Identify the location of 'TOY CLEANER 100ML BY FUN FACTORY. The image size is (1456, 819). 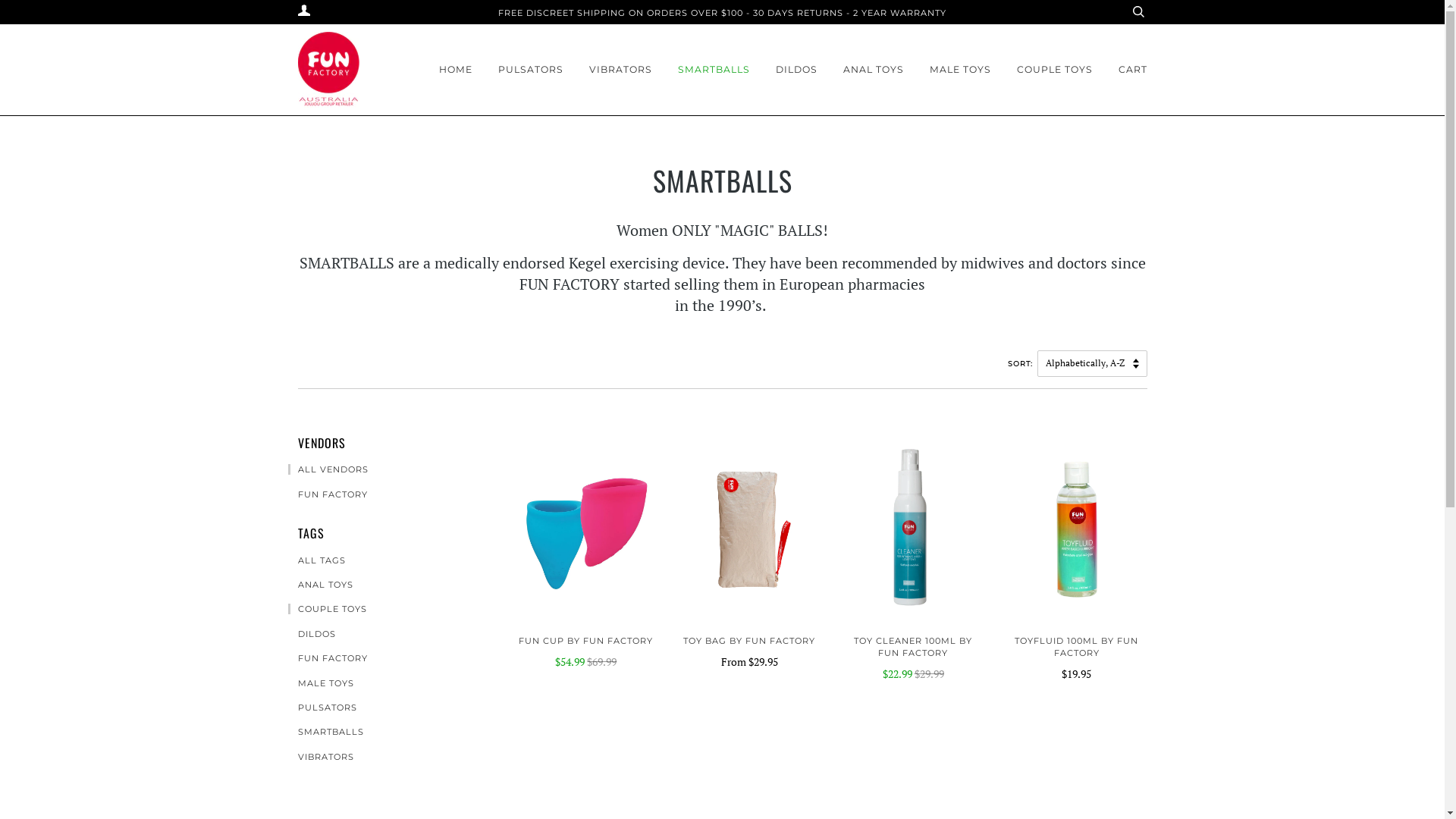
(912, 657).